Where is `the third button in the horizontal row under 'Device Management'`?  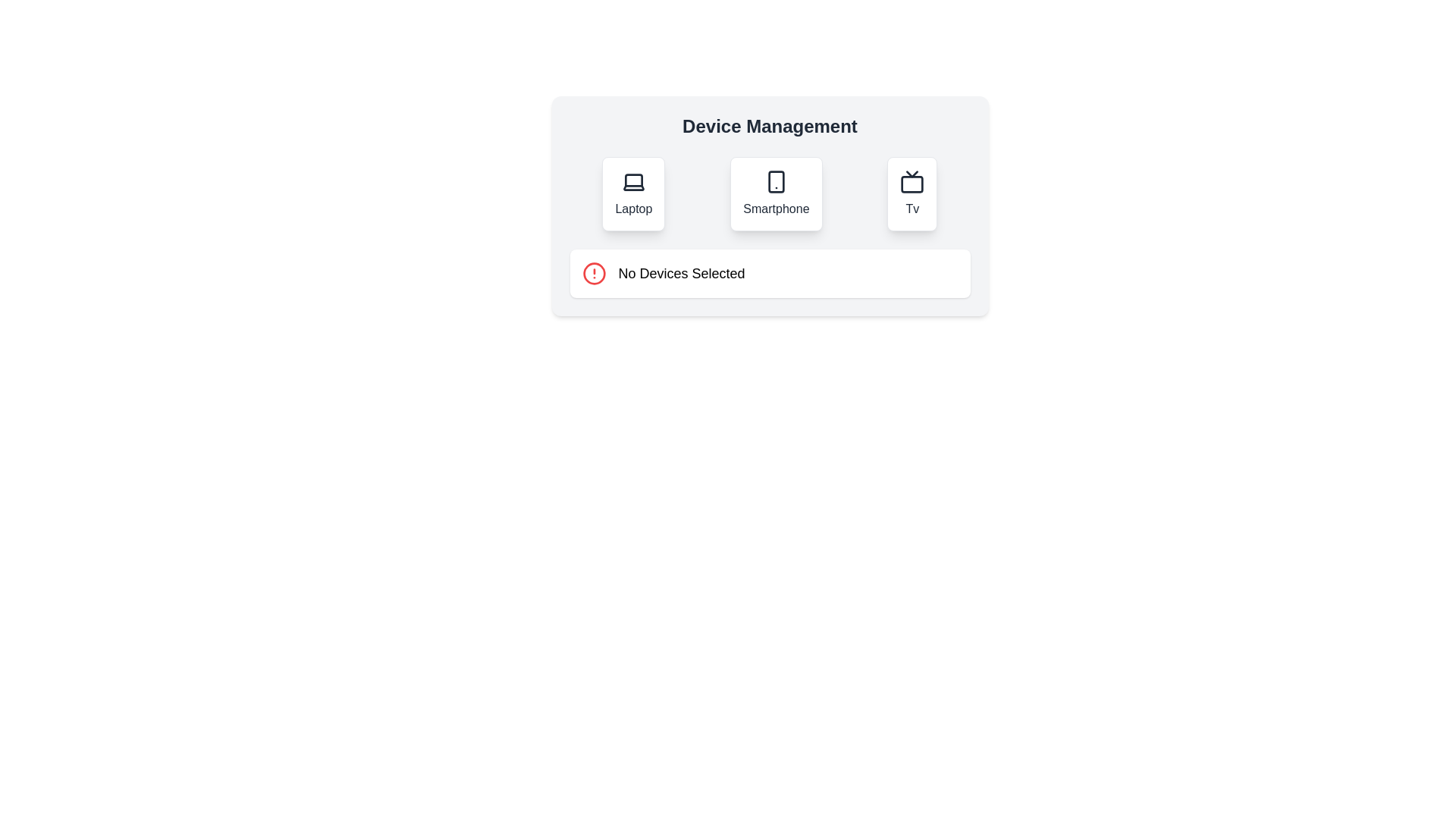
the third button in the horizontal row under 'Device Management' is located at coordinates (912, 193).